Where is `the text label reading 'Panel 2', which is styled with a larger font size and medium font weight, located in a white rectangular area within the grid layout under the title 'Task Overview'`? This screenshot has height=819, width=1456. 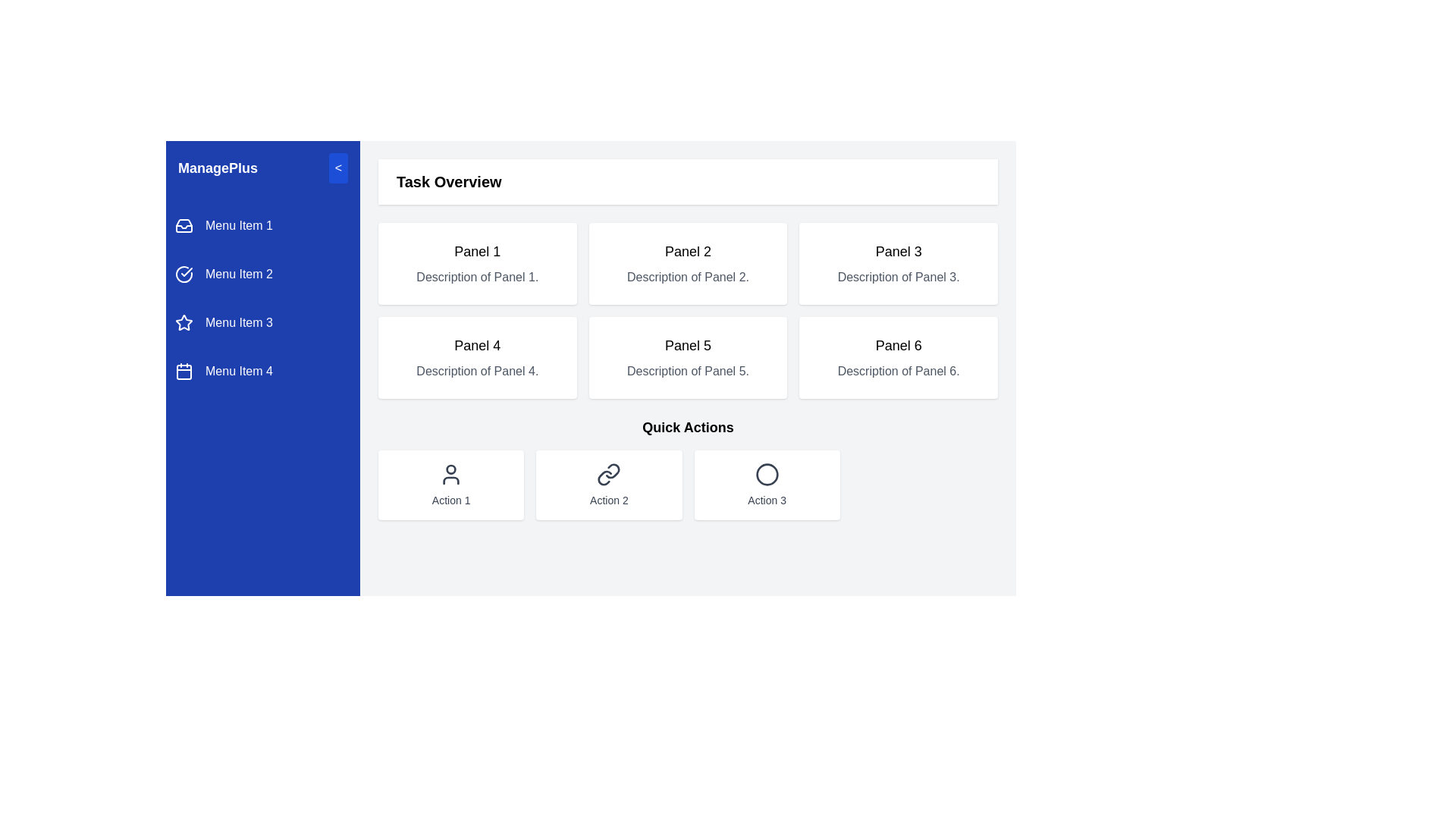
the text label reading 'Panel 2', which is styled with a larger font size and medium font weight, located in a white rectangular area within the grid layout under the title 'Task Overview' is located at coordinates (687, 250).